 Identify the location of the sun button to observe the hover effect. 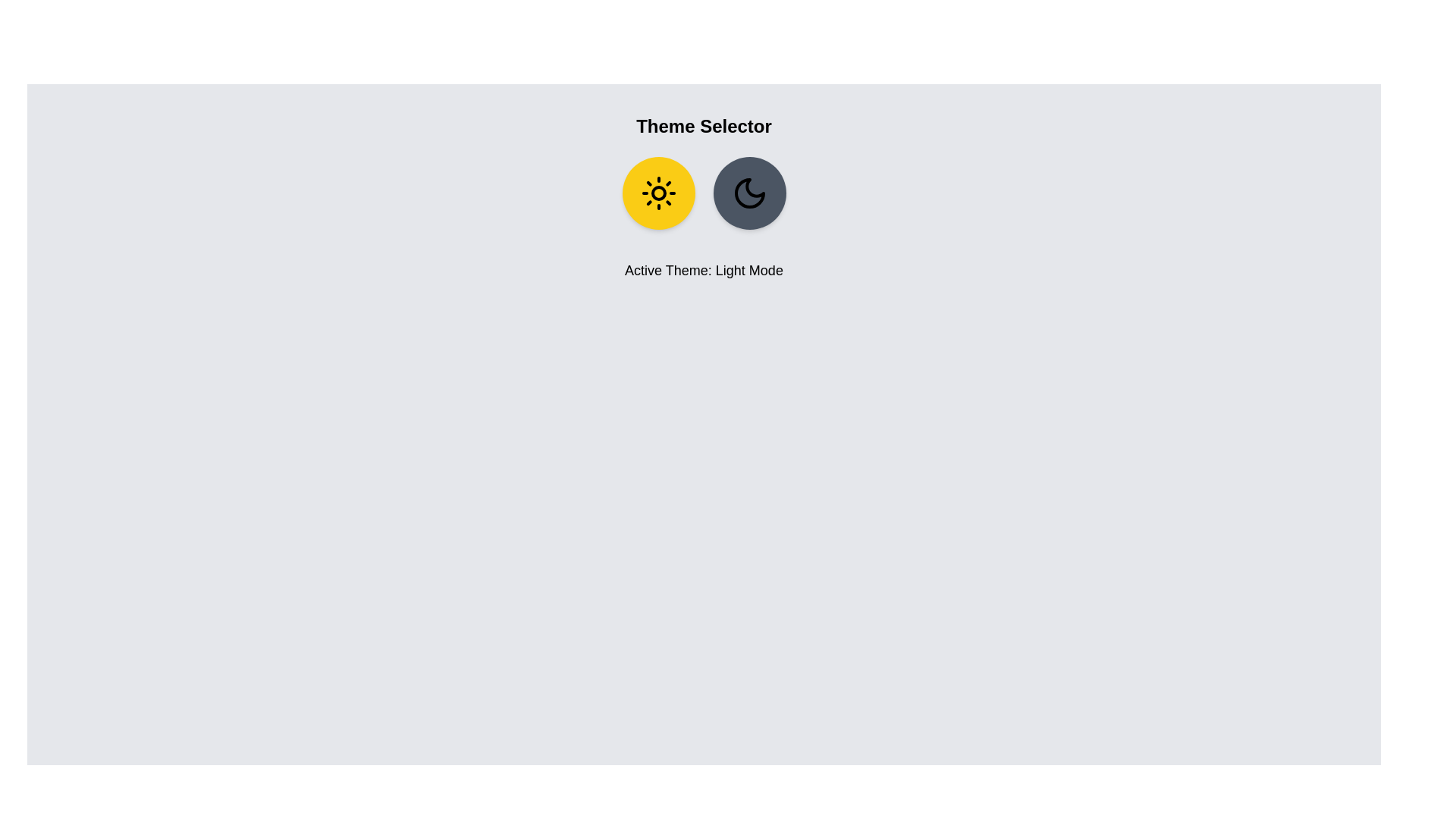
(658, 192).